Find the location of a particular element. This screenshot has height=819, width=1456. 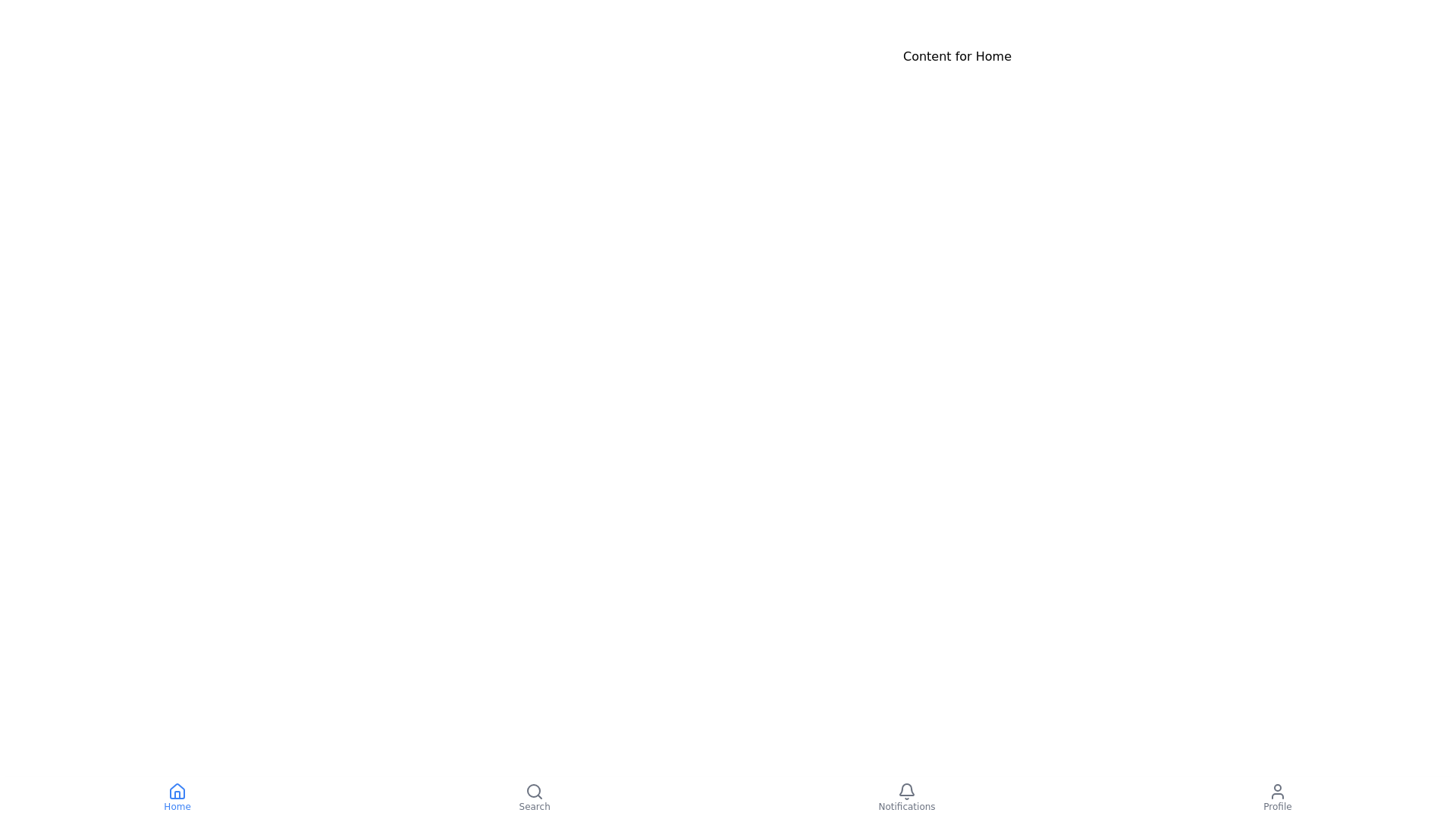

the 'Notifications' label text in the bottom navigation bar is located at coordinates (906, 806).